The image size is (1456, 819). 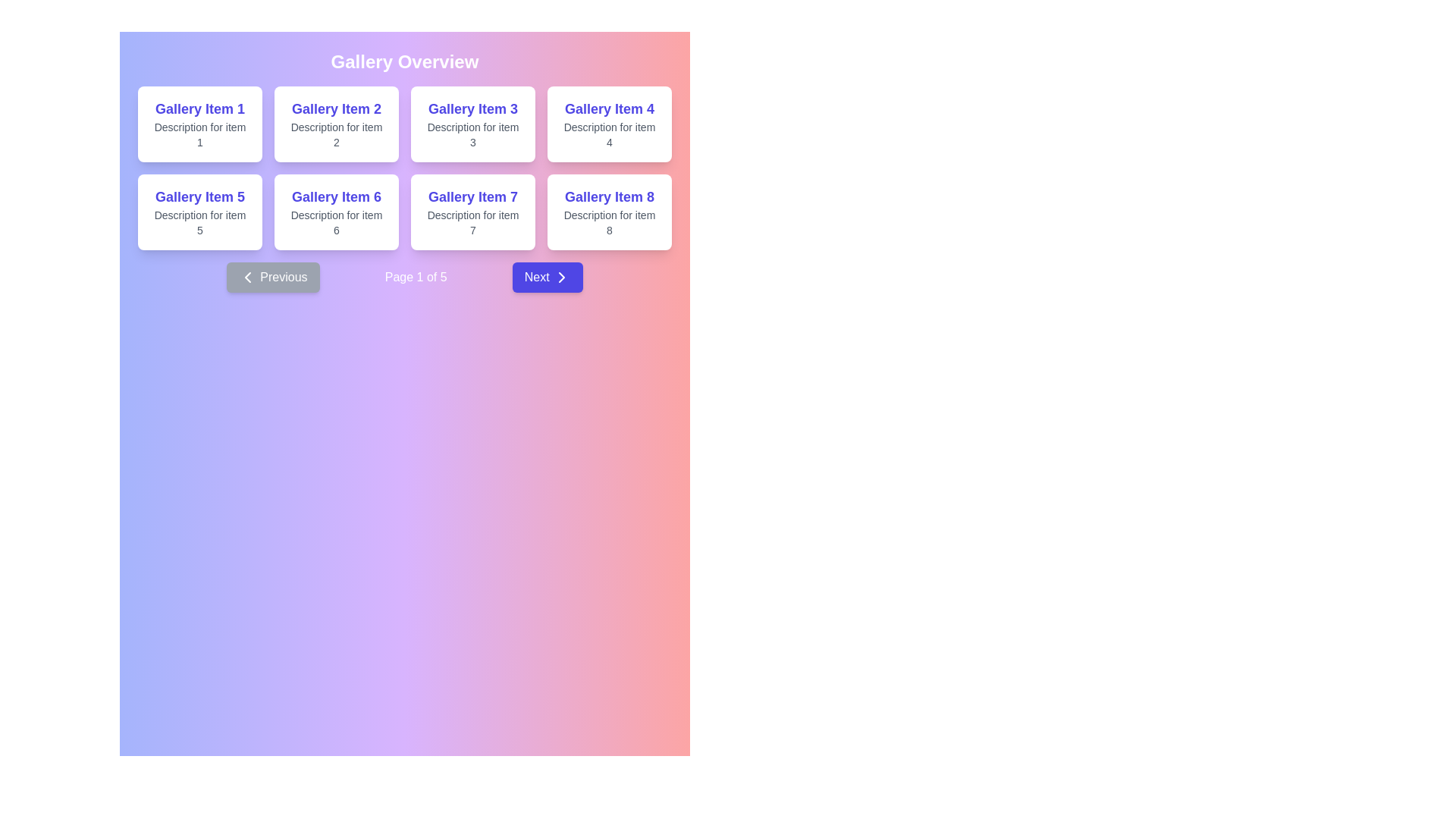 I want to click on the prominent static text label 'Gallery Item 5', so click(x=199, y=196).